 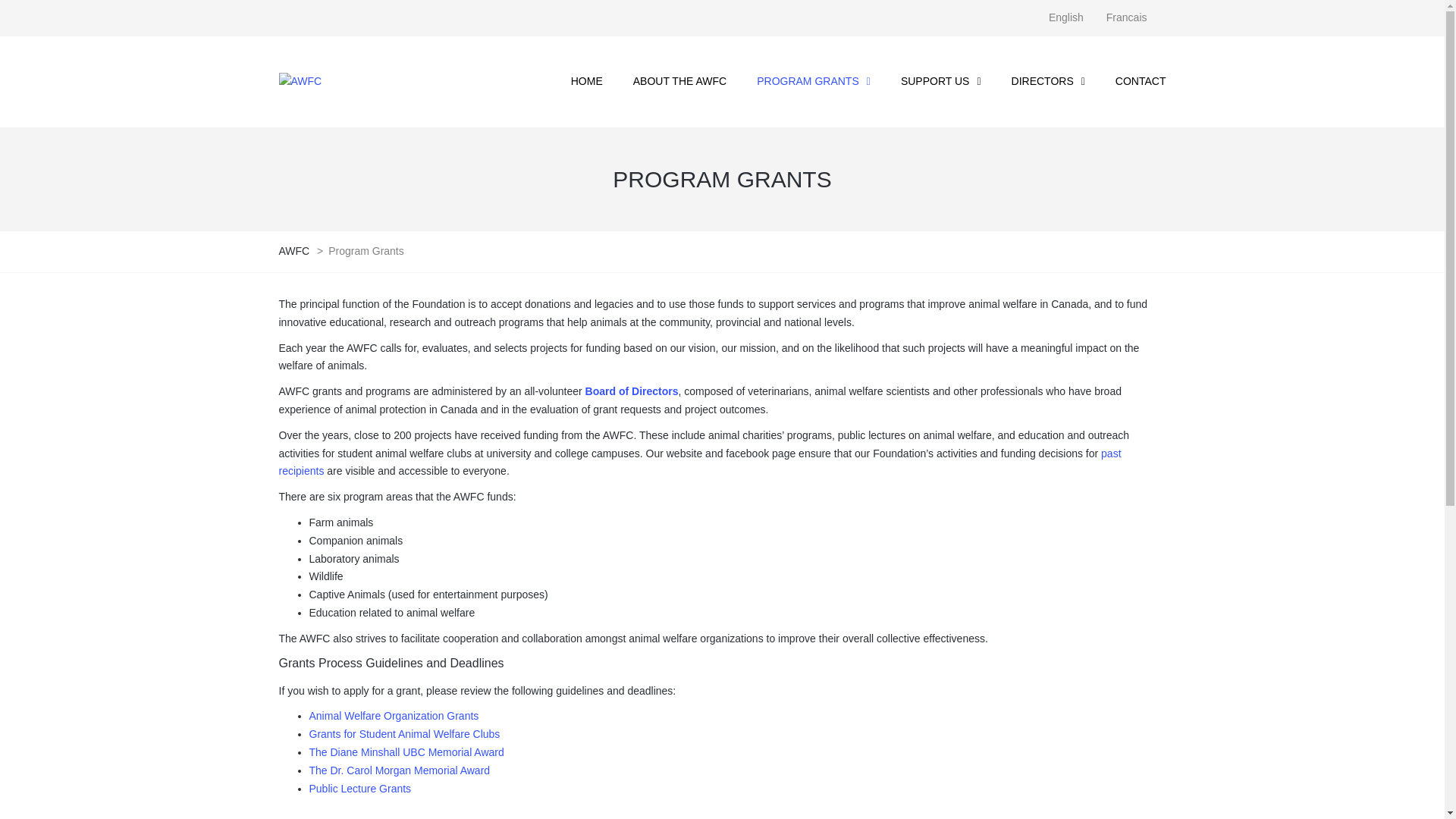 I want to click on 'Francais', so click(x=1127, y=17).